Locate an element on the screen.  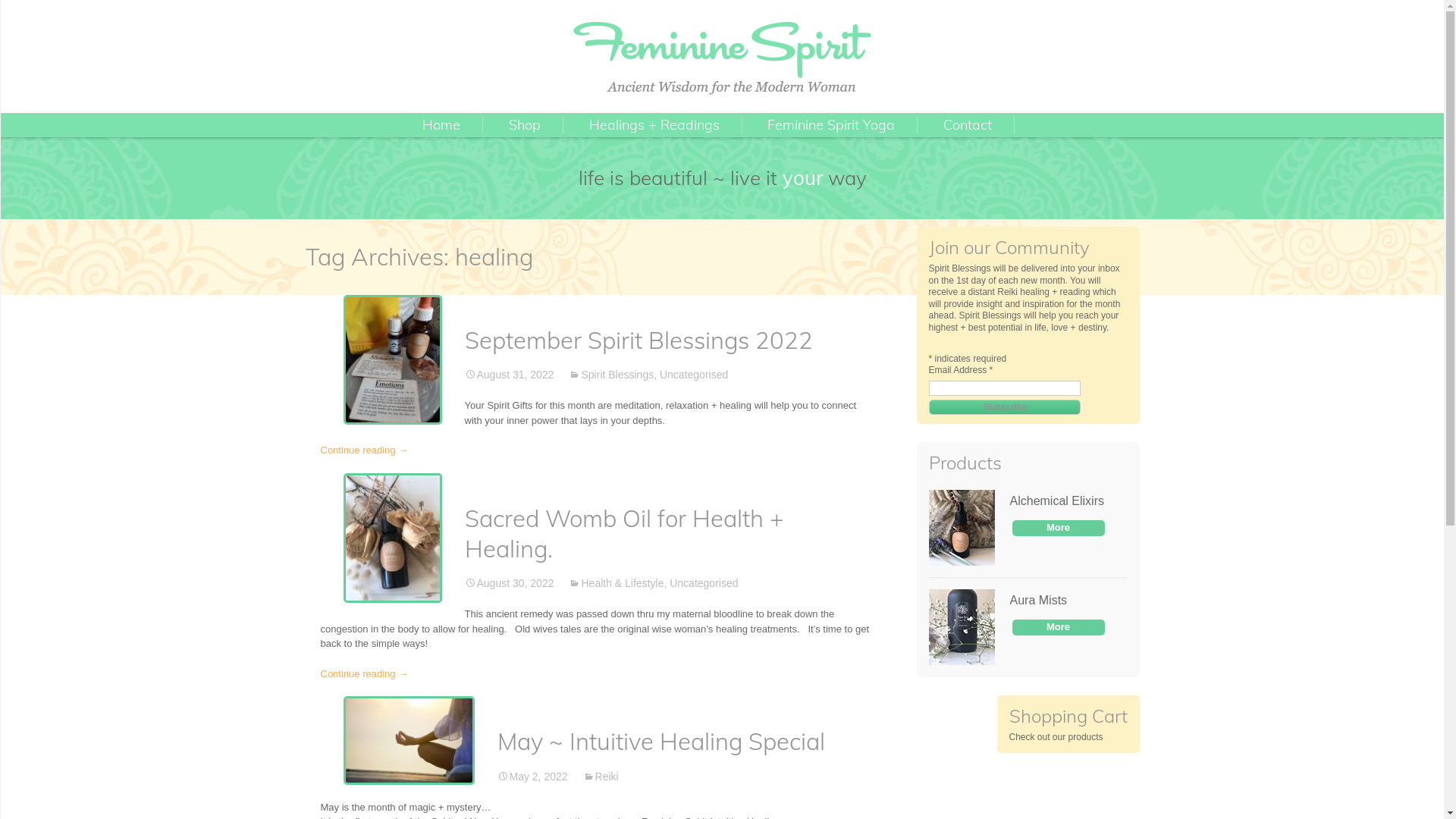
'Contact' is located at coordinates (920, 124).